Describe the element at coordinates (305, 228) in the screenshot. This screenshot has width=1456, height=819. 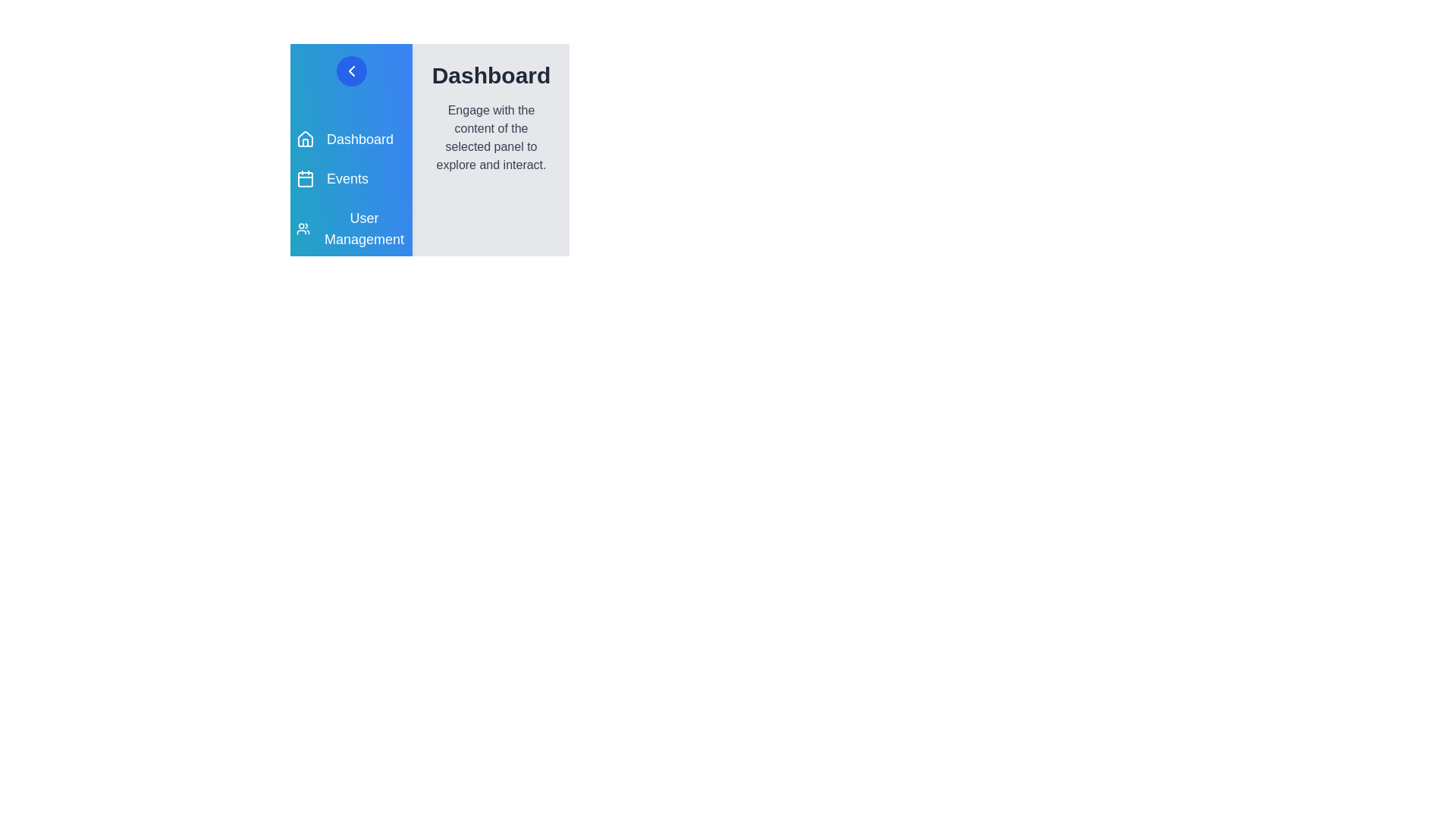
I see `the icon corresponding to User Management` at that location.